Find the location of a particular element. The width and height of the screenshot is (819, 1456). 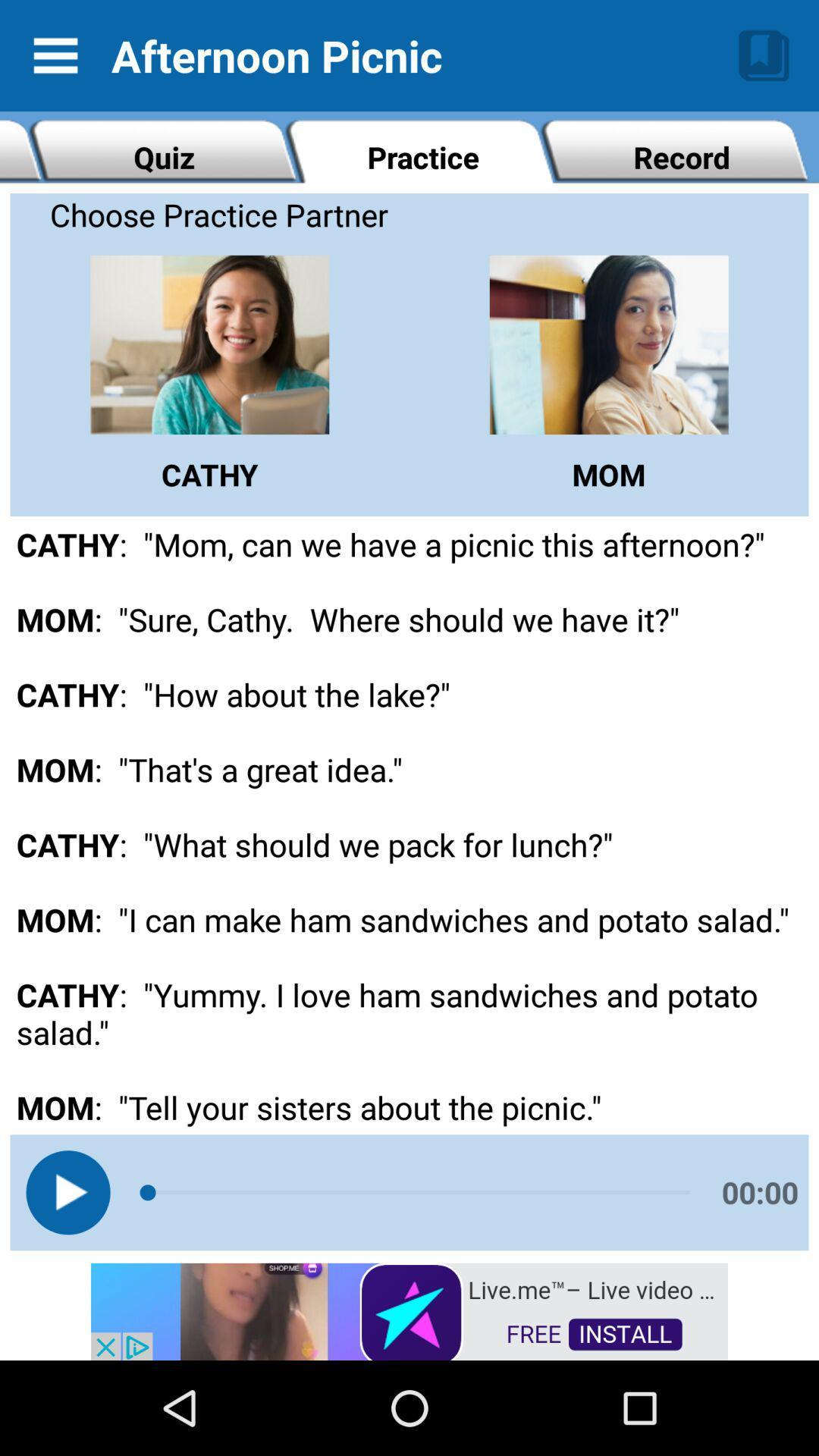

install app is located at coordinates (409, 1310).